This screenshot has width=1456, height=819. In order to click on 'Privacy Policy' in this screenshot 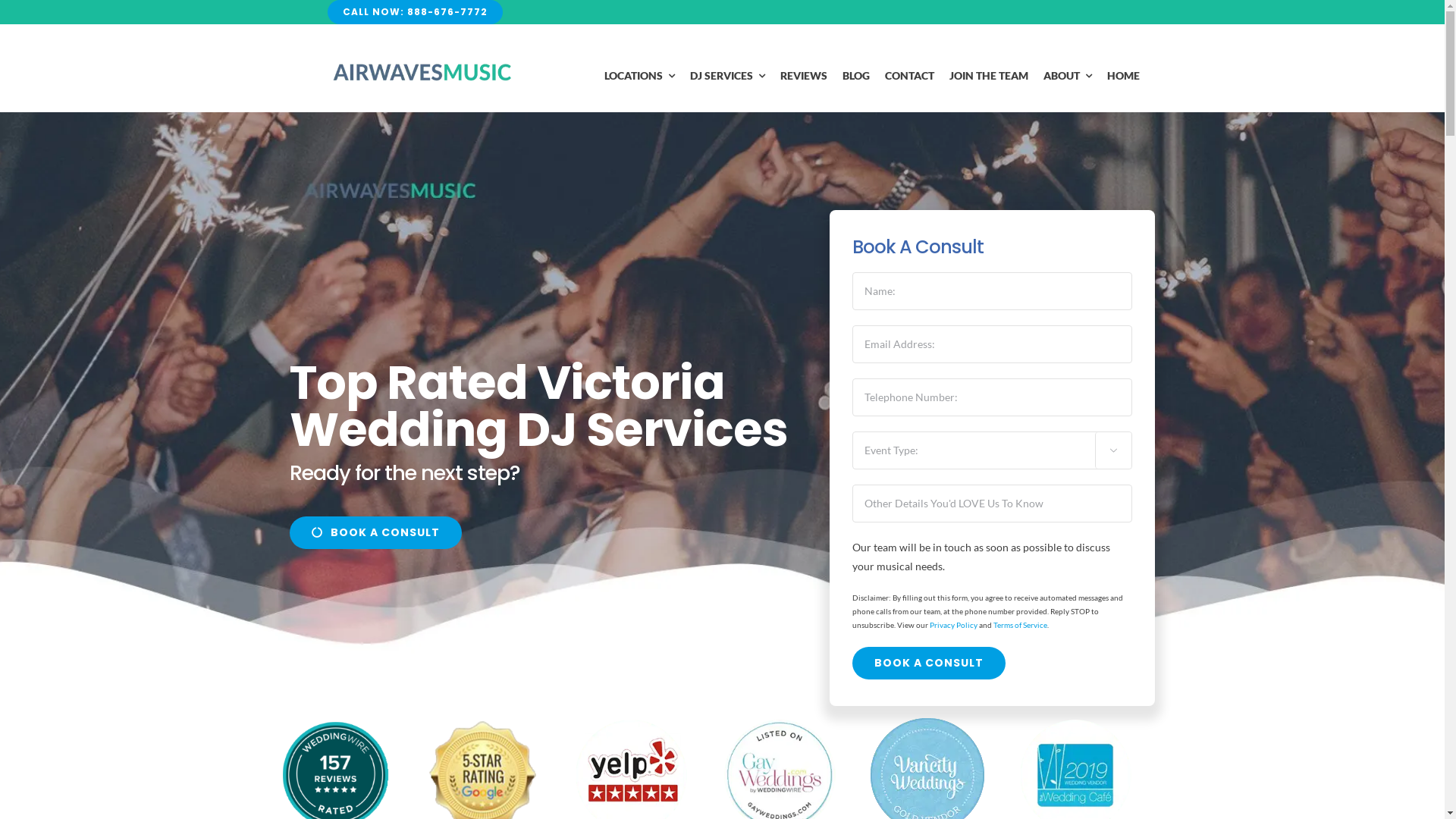, I will do `click(928, 625)`.